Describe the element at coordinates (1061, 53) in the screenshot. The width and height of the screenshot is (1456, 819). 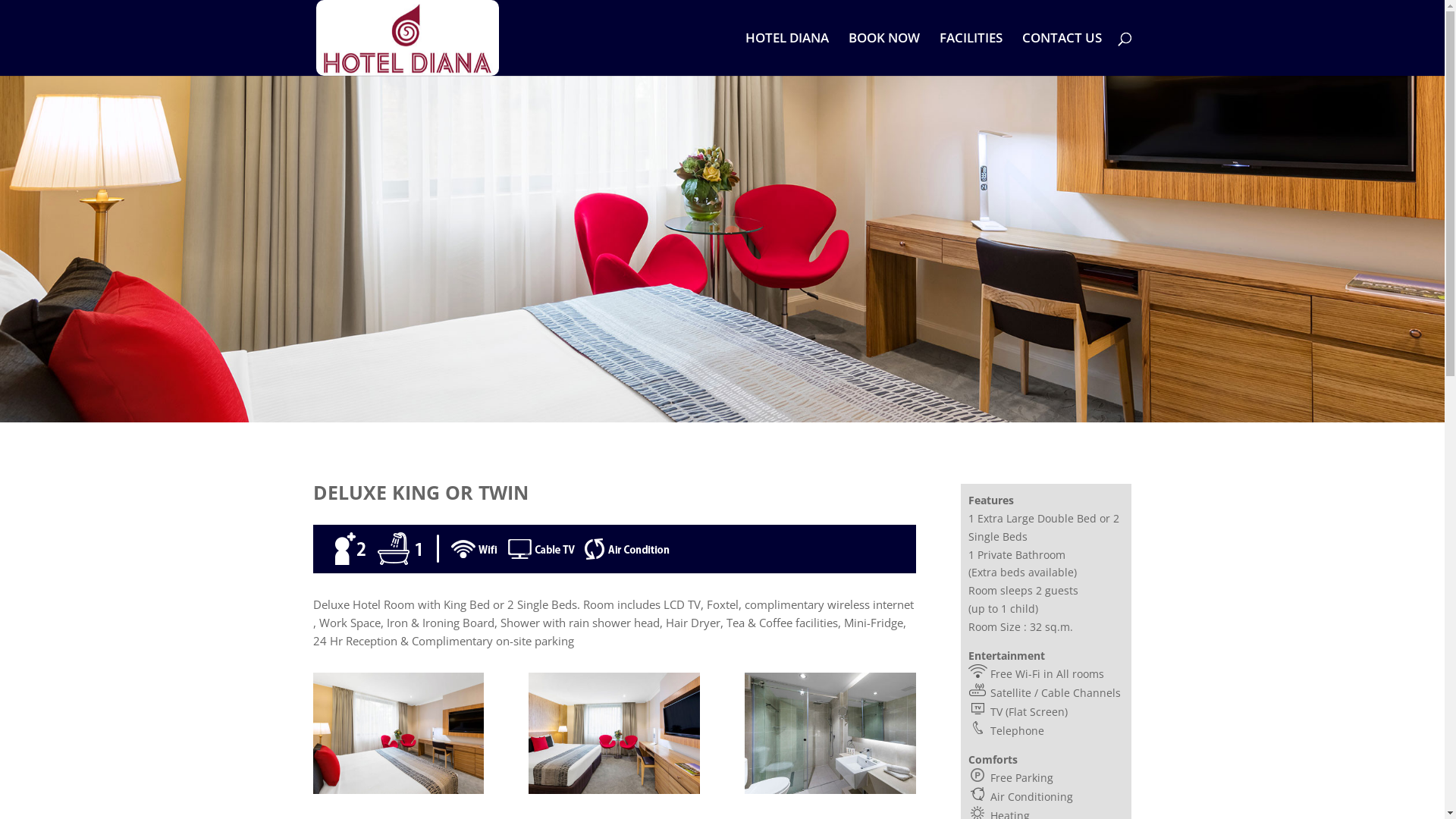
I see `'CONTACT US'` at that location.